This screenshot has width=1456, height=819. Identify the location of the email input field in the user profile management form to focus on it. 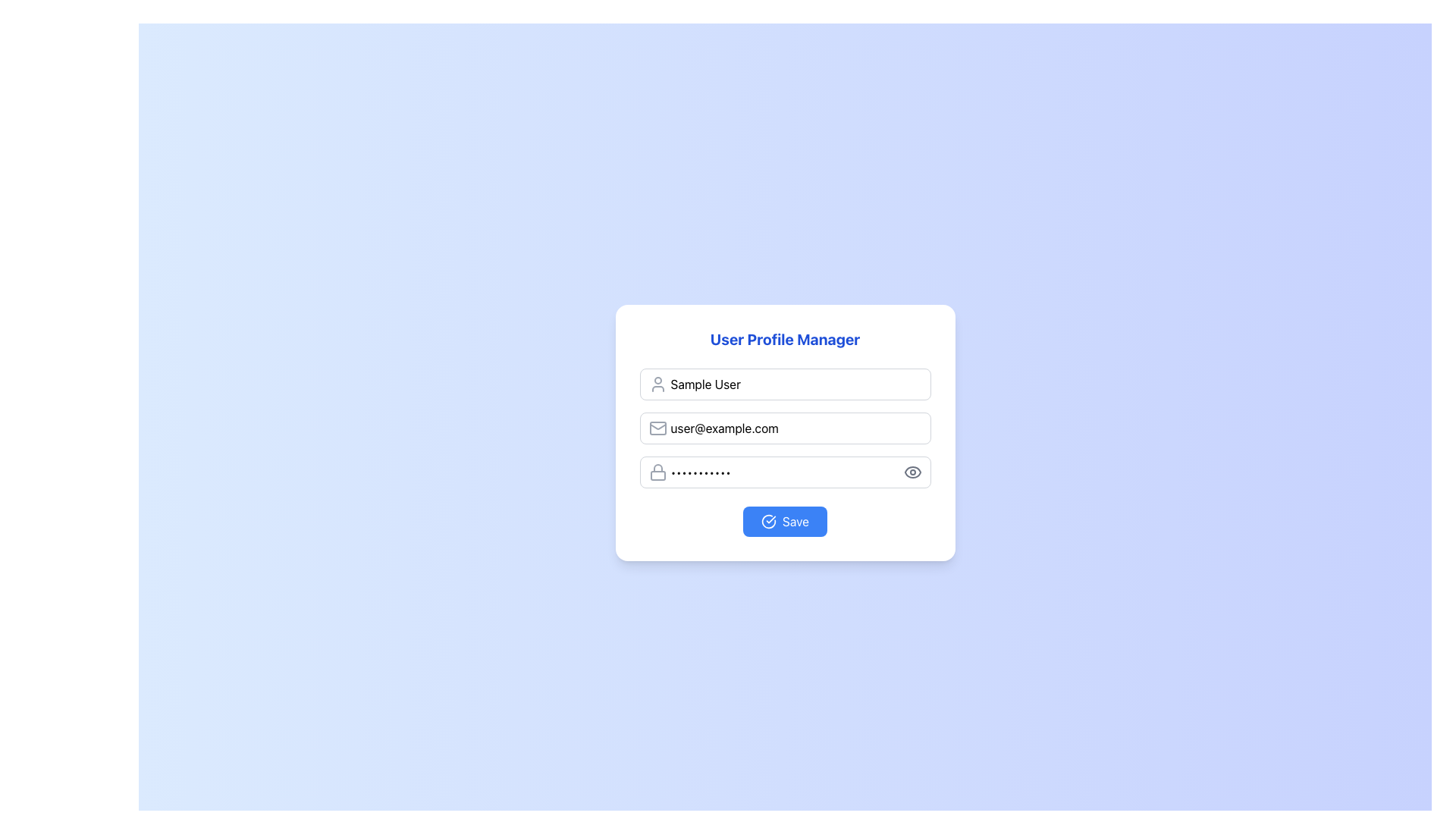
(785, 428).